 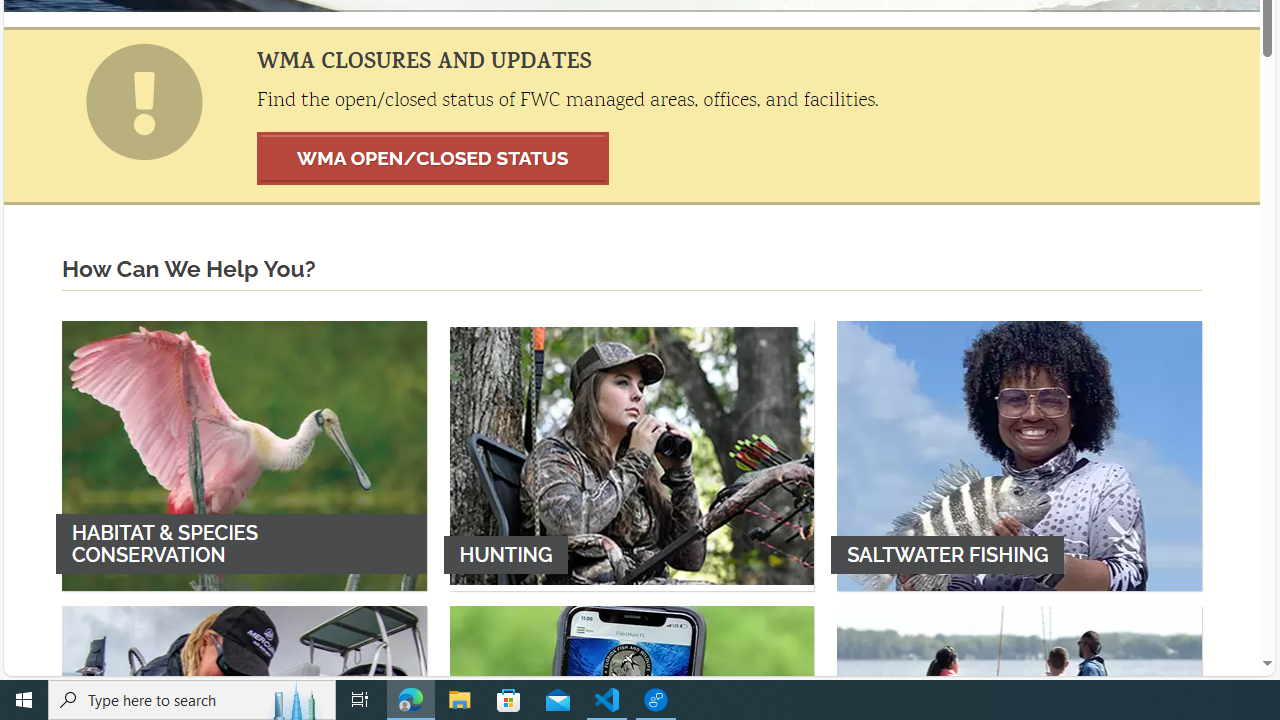 I want to click on 'HABITAT & SPECIES CONSERVATION', so click(x=243, y=455).